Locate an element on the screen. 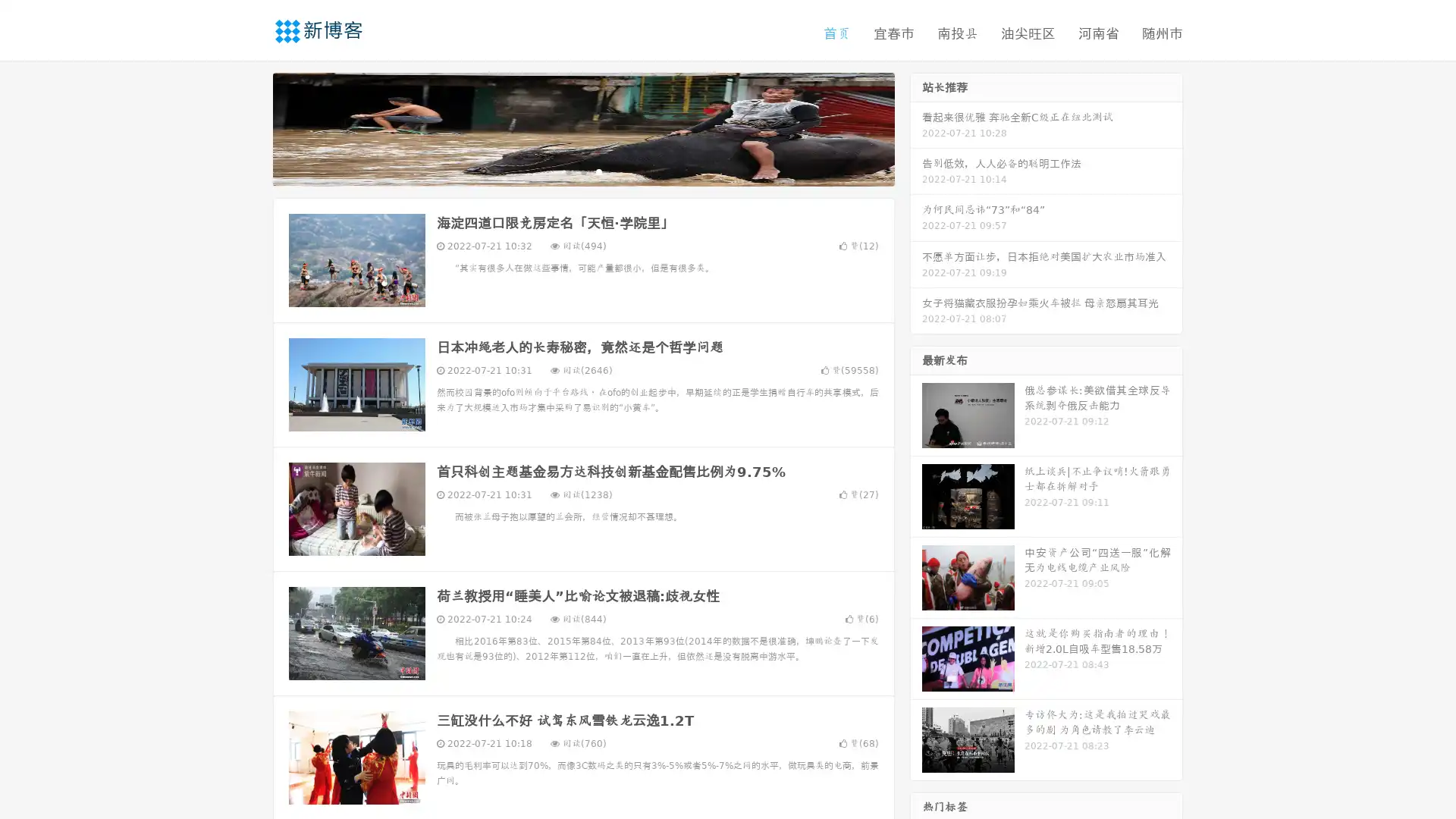 This screenshot has width=1456, height=819. Go to slide 2 is located at coordinates (582, 171).